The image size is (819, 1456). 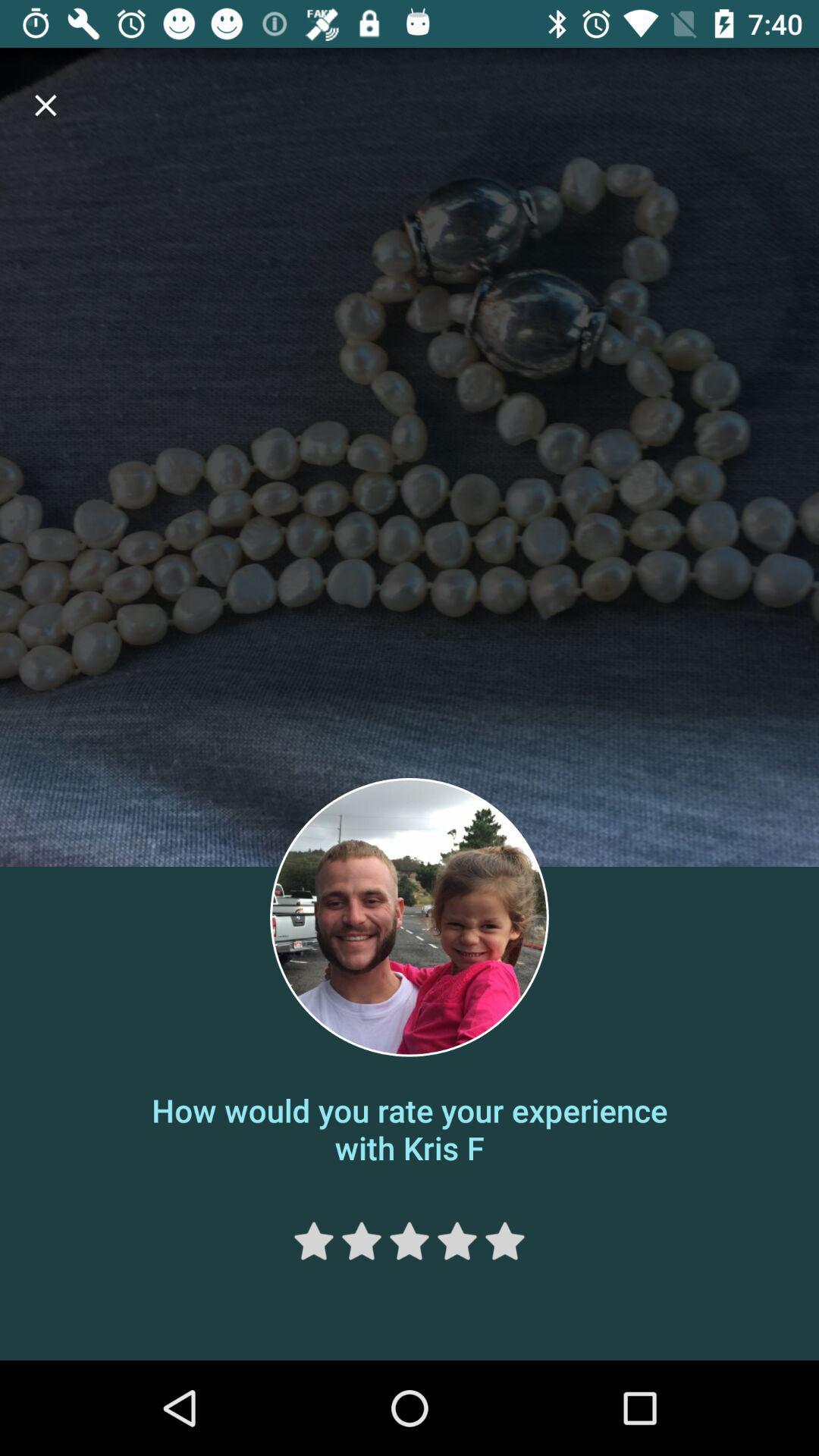 I want to click on give a grade, so click(x=409, y=1241).